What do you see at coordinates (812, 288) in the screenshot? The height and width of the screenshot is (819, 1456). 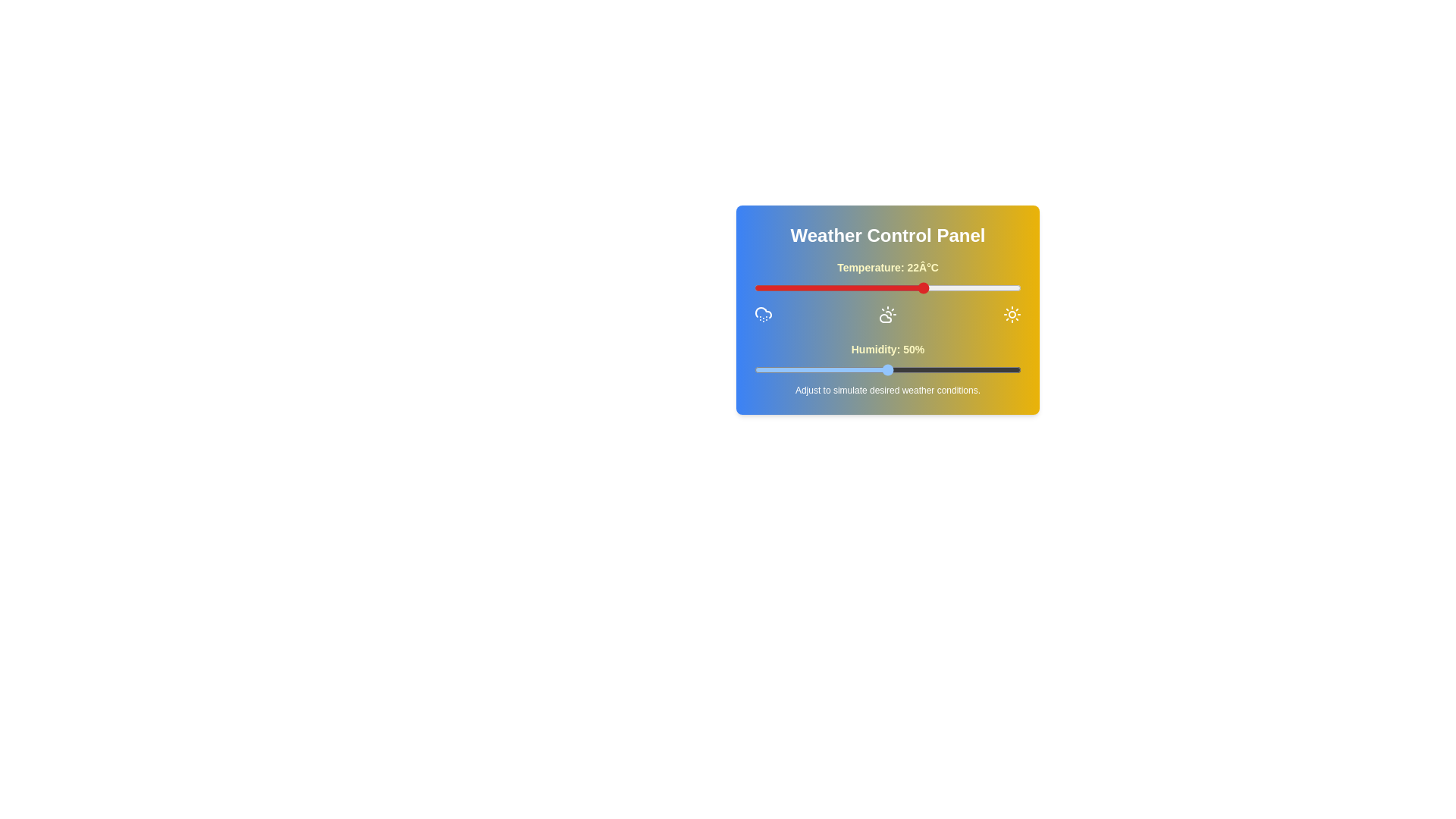 I see `temperature` at bounding box center [812, 288].